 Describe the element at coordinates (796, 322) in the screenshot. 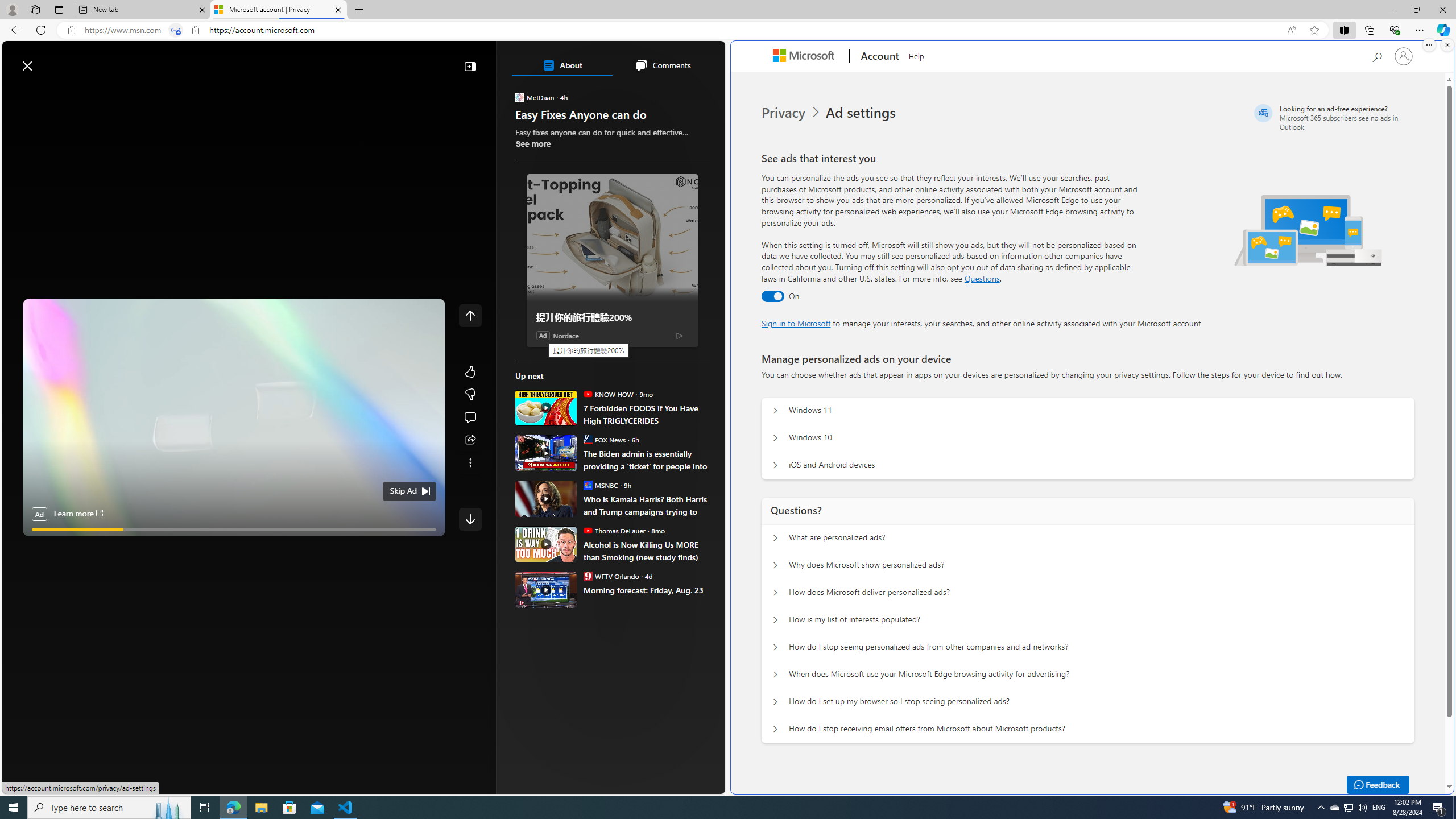

I see `'Sign in to Microsoft'` at that location.